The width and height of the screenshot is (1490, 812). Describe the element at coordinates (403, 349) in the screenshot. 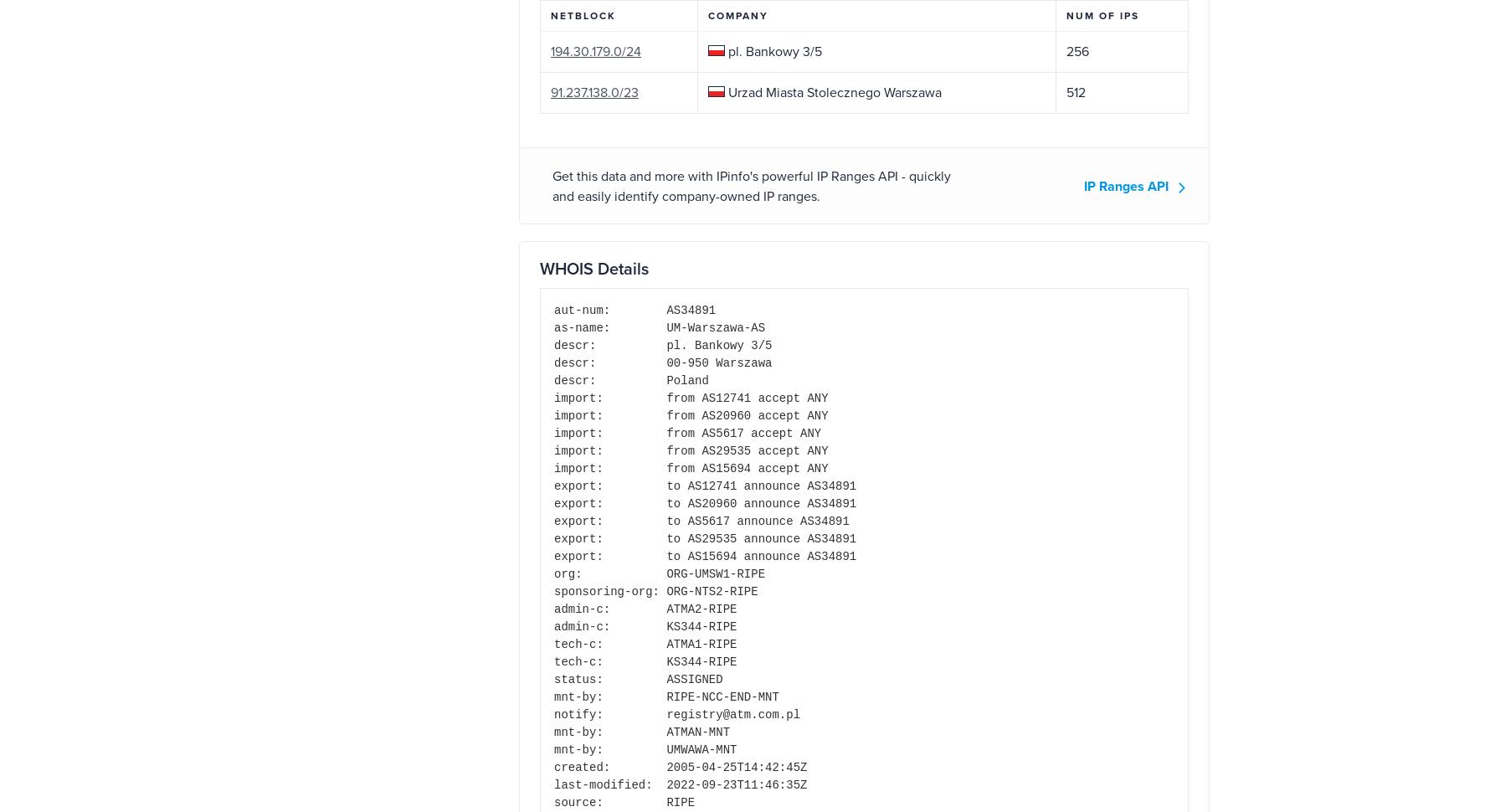

I see `'Test our data accuracy by viewing insights from your IP address.'` at that location.